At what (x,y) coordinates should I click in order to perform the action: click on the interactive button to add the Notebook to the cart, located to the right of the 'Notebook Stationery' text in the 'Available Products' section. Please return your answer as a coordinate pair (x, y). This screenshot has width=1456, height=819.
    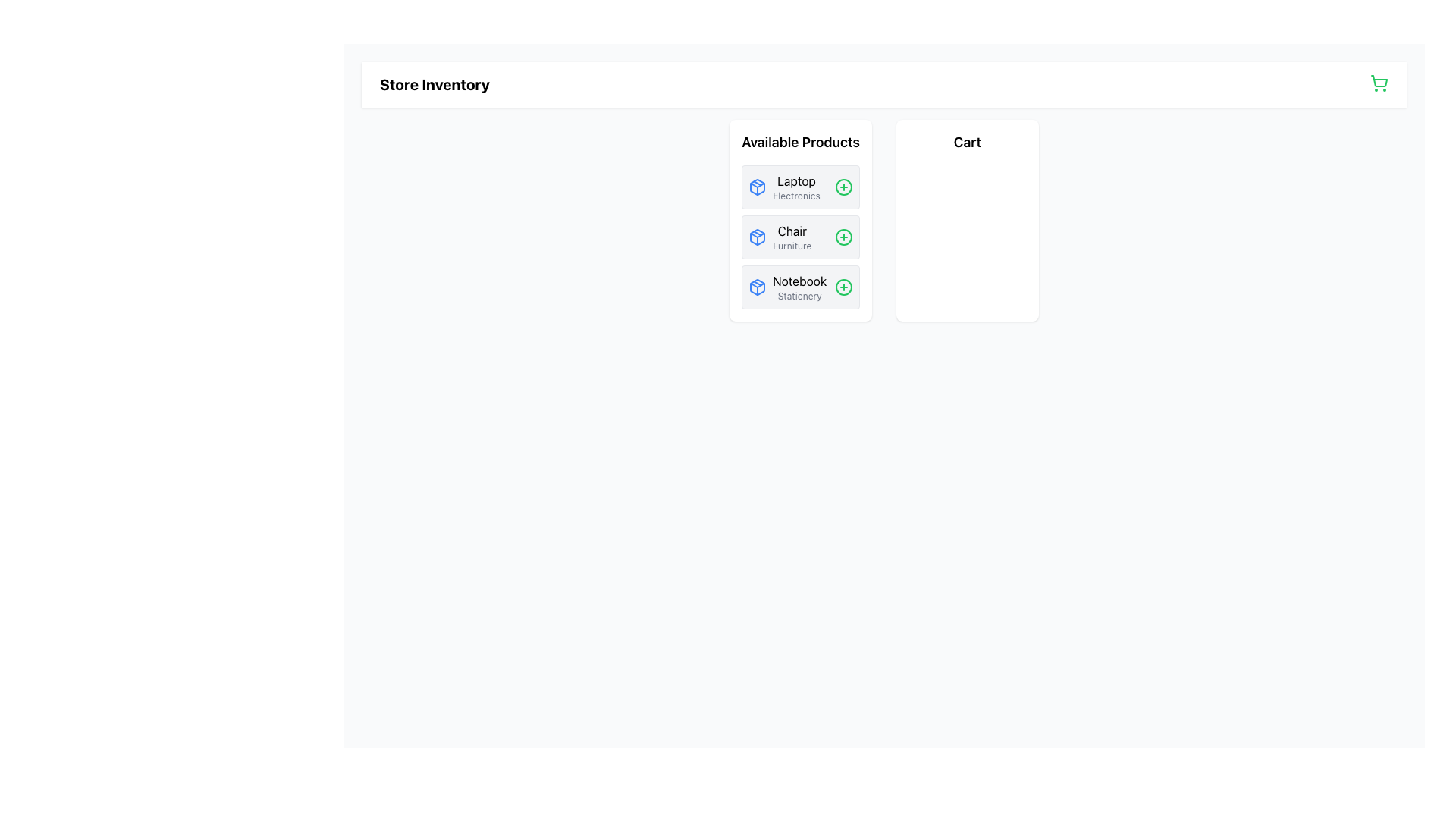
    Looking at the image, I should click on (843, 287).